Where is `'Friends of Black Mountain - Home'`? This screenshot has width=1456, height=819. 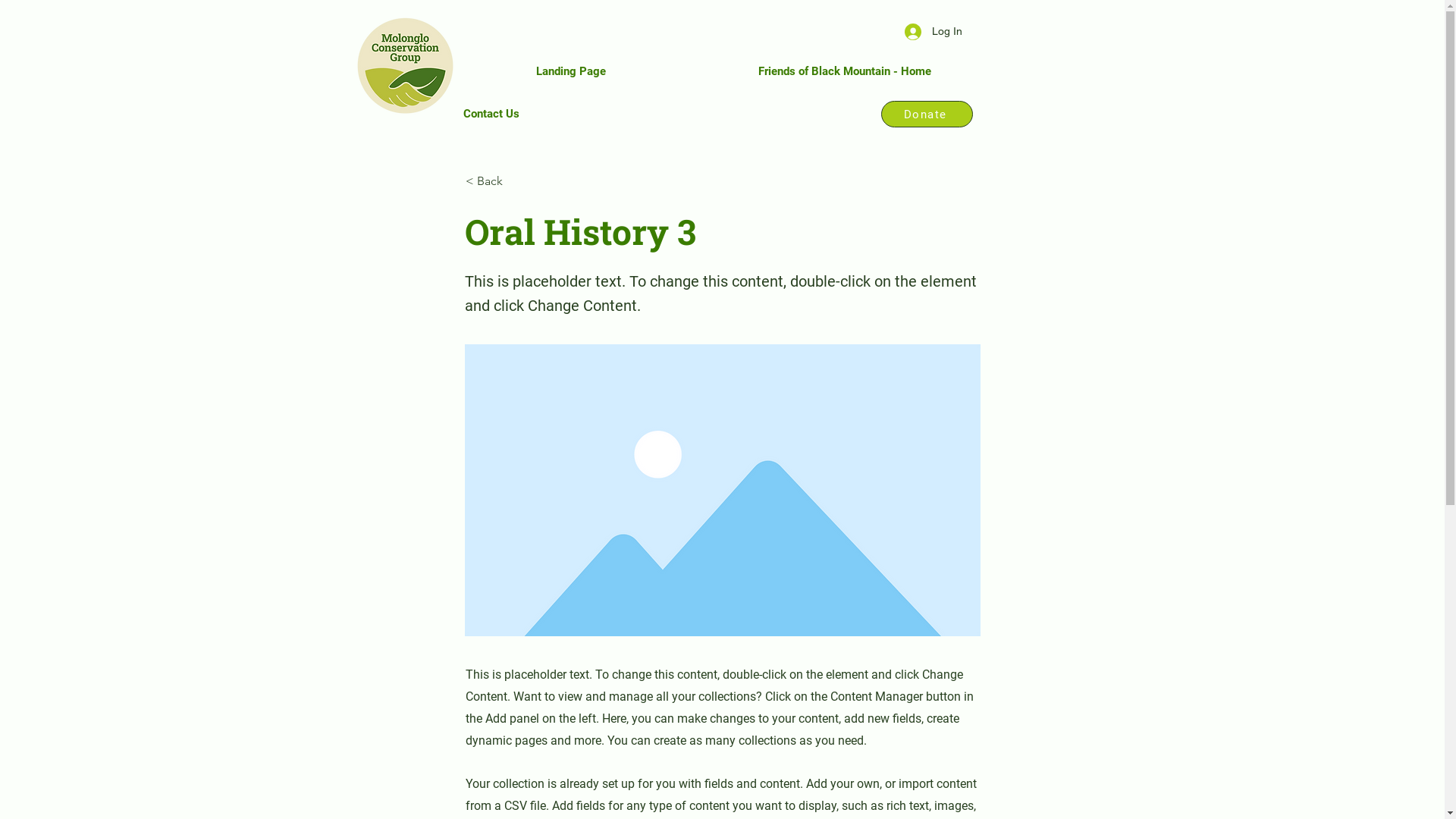
'Friends of Black Mountain - Home' is located at coordinates (844, 71).